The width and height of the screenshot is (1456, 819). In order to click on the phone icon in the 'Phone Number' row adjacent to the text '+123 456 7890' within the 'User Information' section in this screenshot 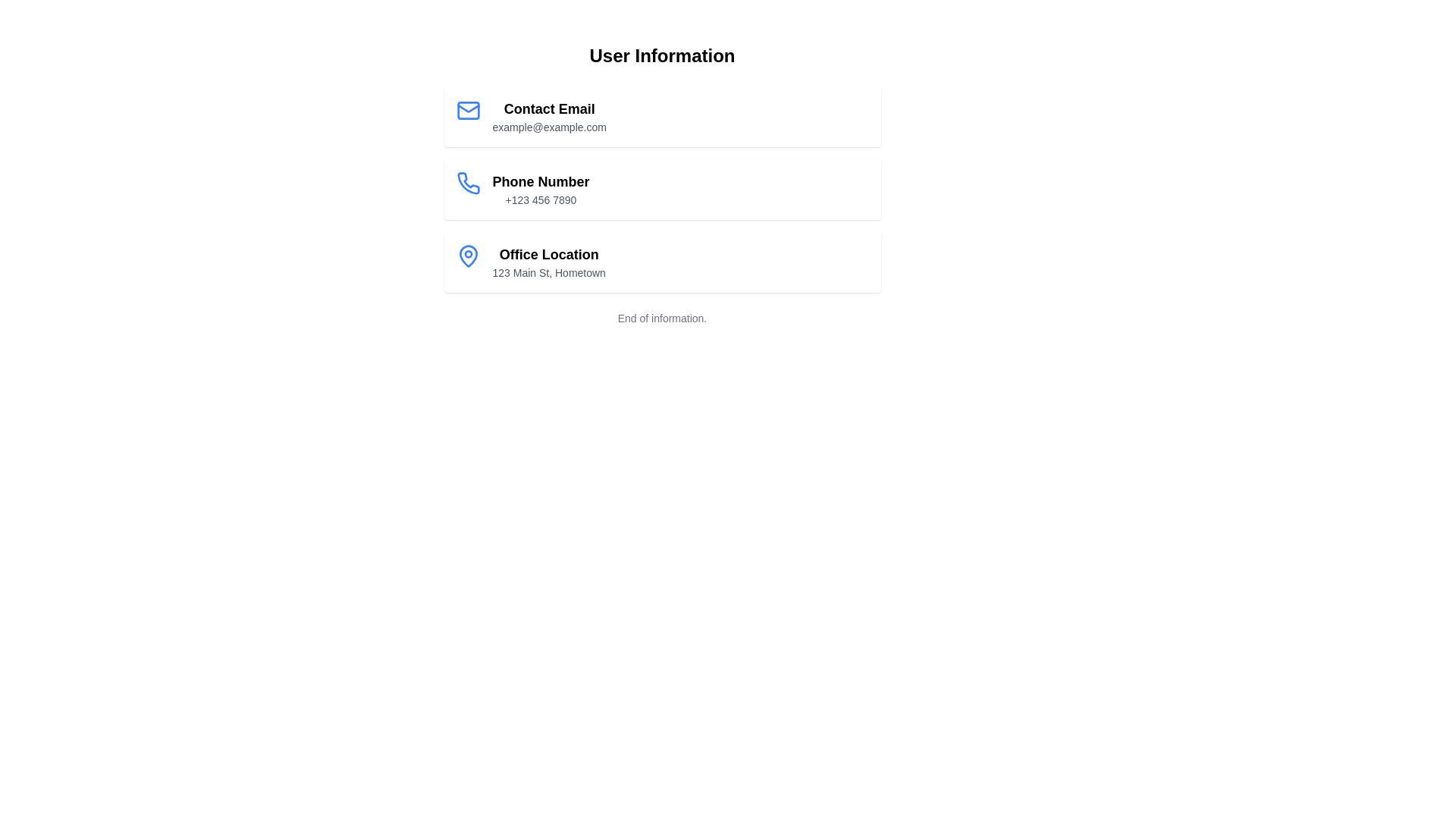, I will do `click(467, 182)`.